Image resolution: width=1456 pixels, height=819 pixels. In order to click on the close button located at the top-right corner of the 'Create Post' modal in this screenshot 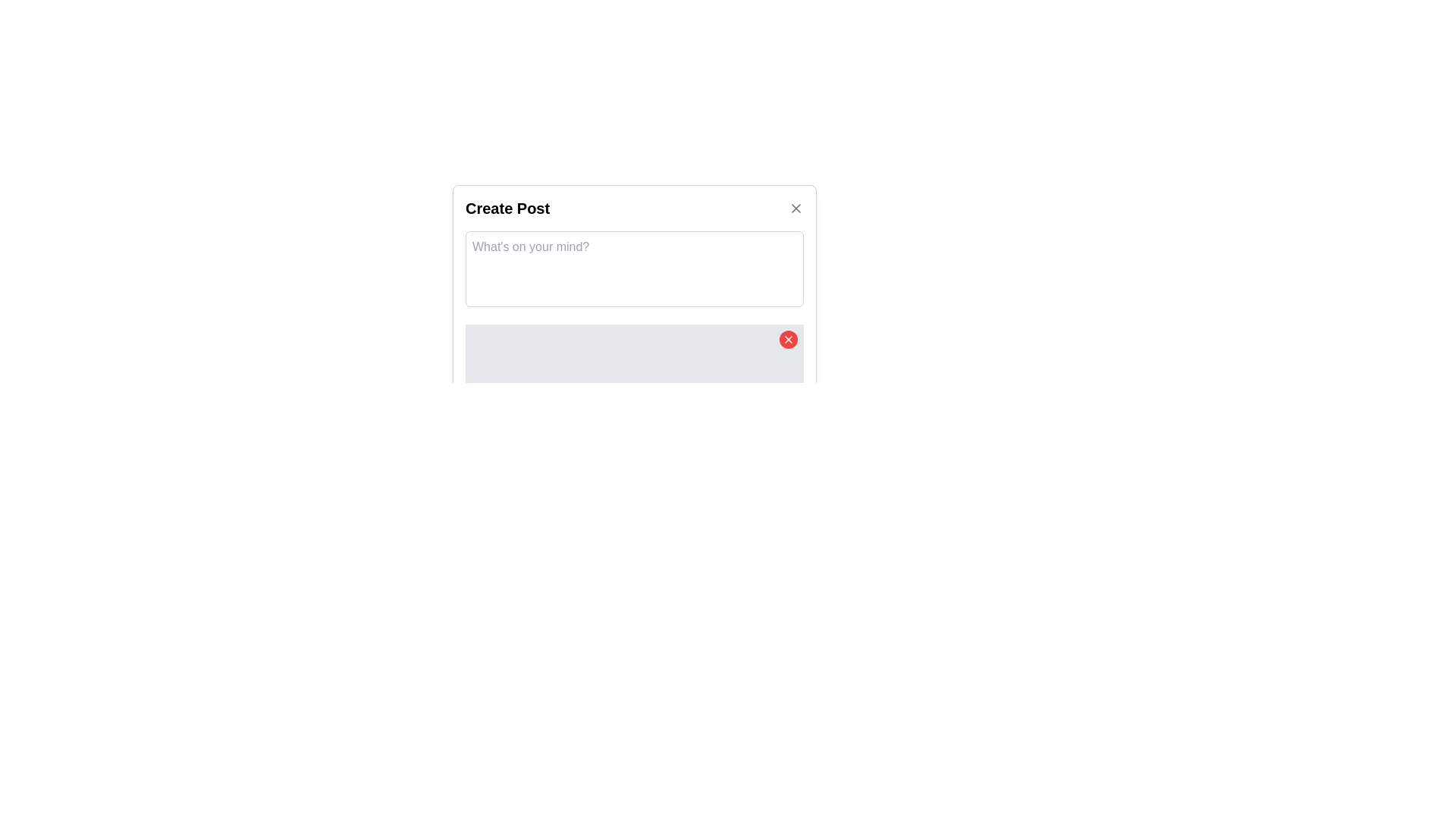, I will do `click(795, 208)`.